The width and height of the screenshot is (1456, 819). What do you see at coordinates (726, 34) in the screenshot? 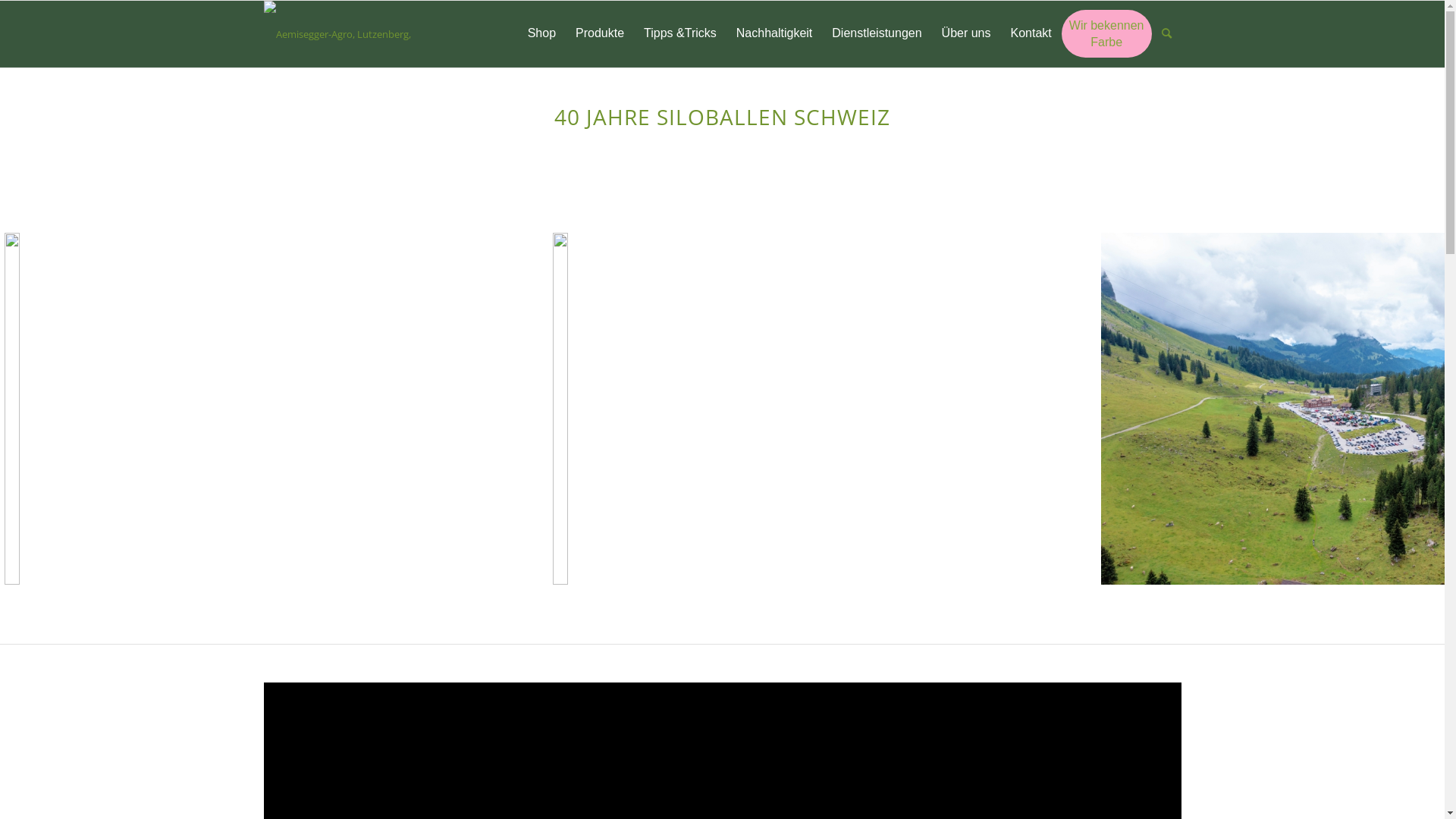
I see `'Nachhaltigkeit'` at bounding box center [726, 34].